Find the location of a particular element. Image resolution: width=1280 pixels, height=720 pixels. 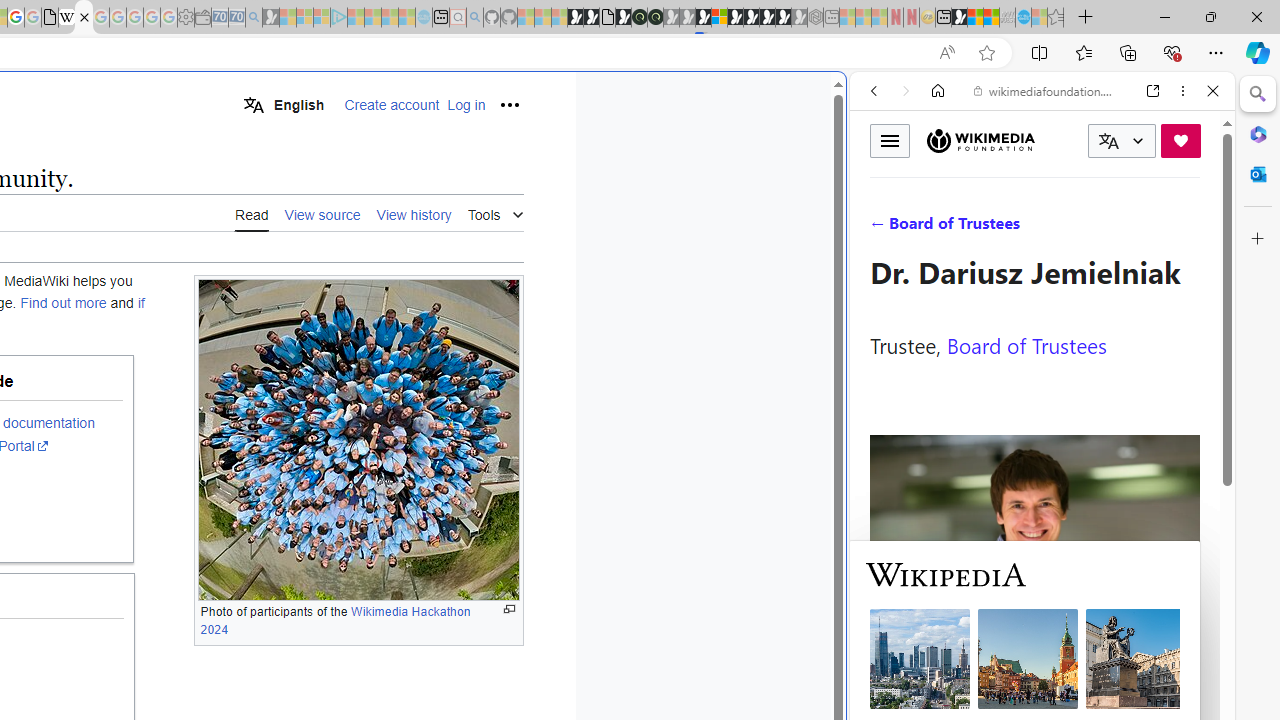

'New tab - Sleeping' is located at coordinates (831, 17).